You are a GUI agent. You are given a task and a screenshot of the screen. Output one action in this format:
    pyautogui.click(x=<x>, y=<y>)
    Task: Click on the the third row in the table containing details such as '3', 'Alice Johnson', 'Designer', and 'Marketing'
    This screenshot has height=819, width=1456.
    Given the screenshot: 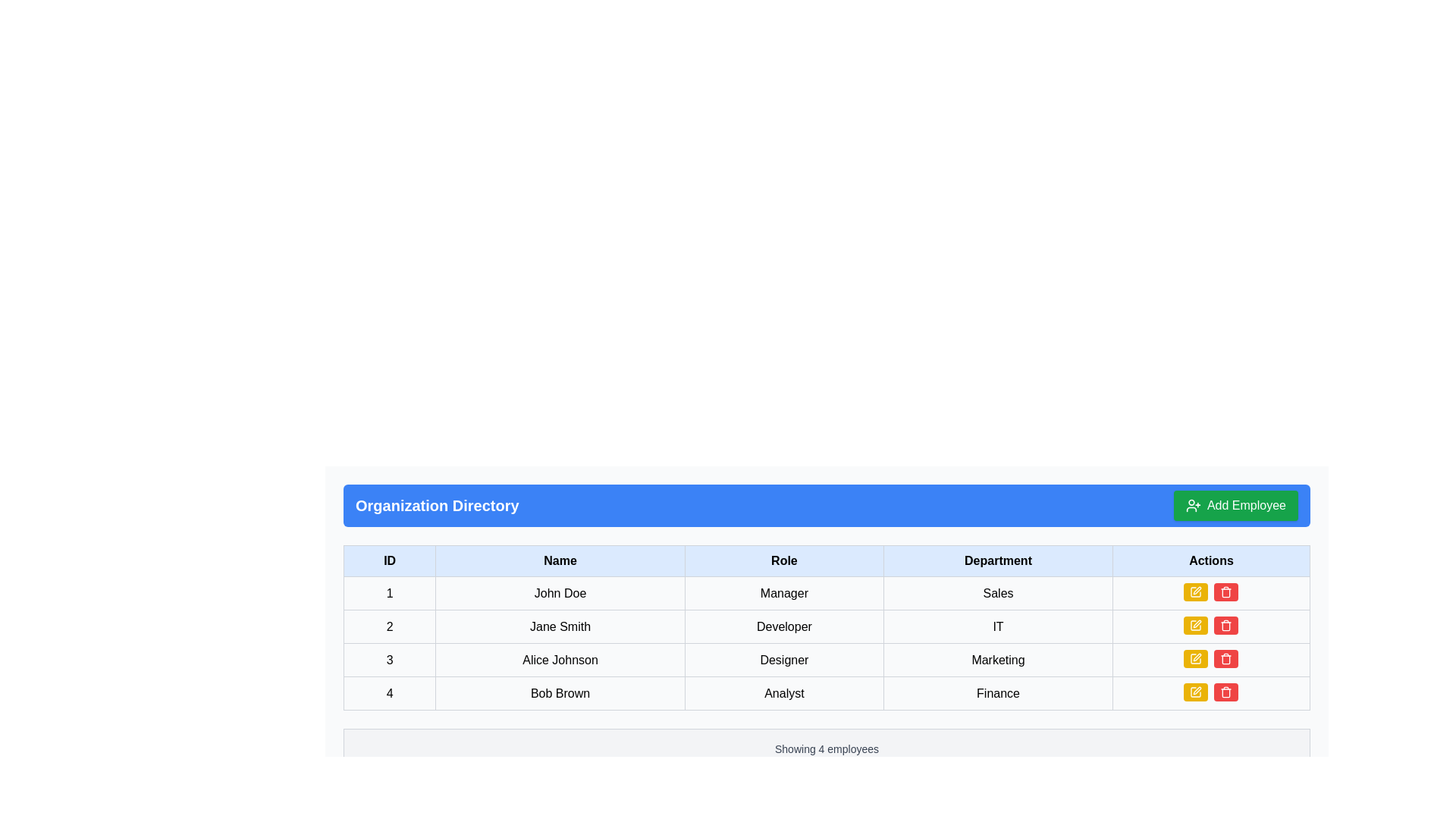 What is the action you would take?
    pyautogui.click(x=826, y=659)
    